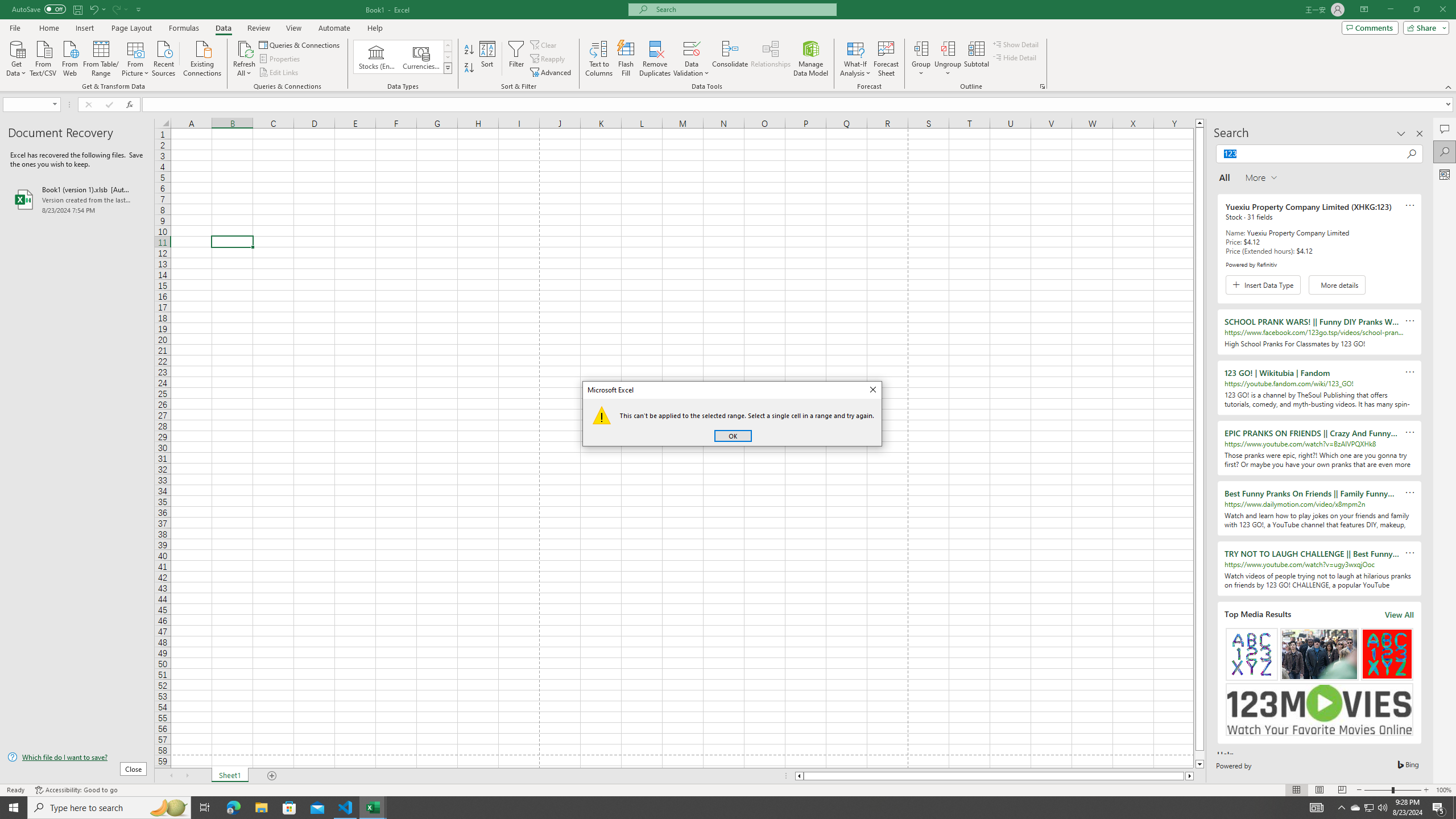  Describe the element at coordinates (487, 59) in the screenshot. I see `'Sort...'` at that location.